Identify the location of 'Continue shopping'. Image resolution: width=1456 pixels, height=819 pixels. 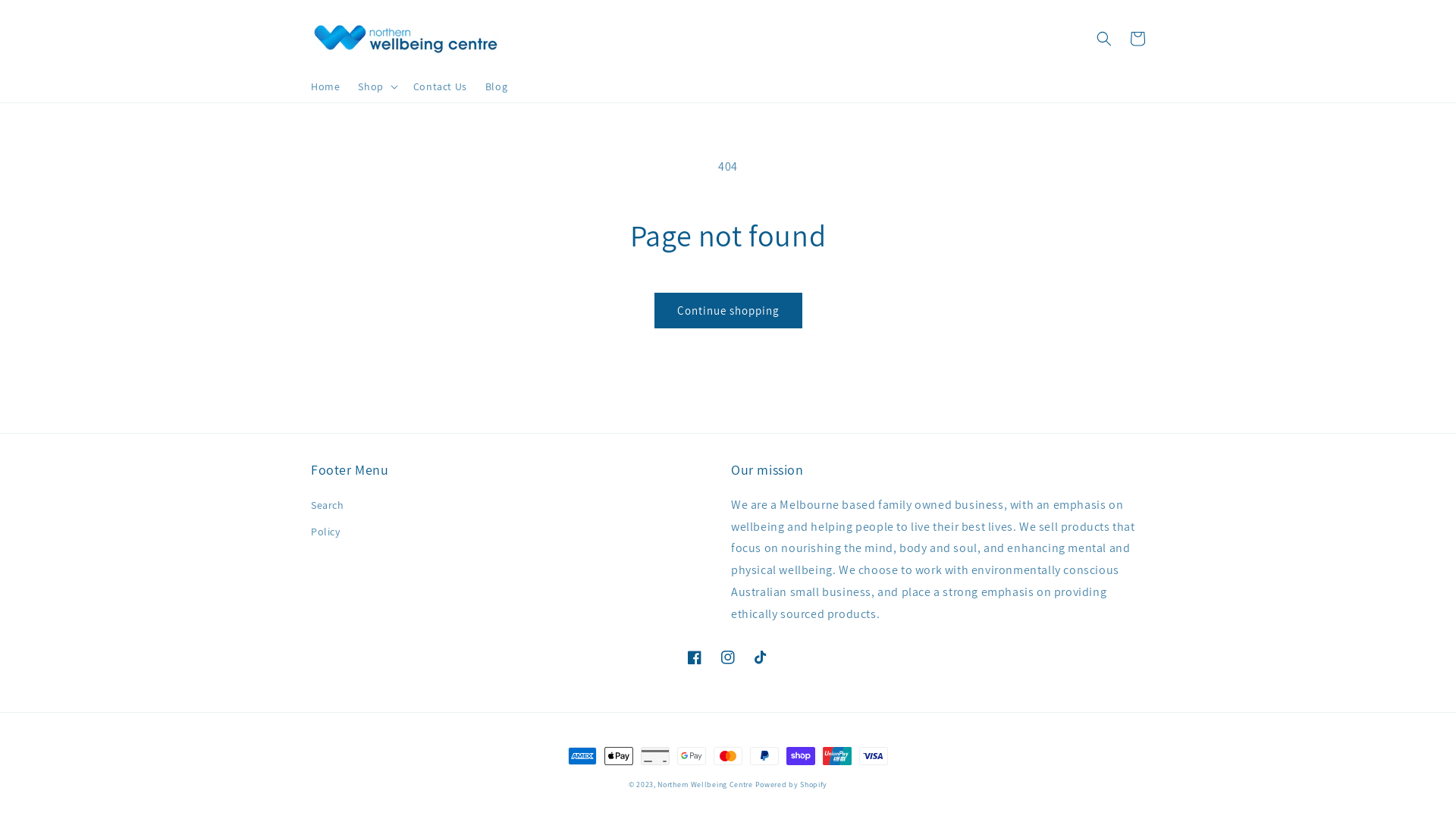
(654, 309).